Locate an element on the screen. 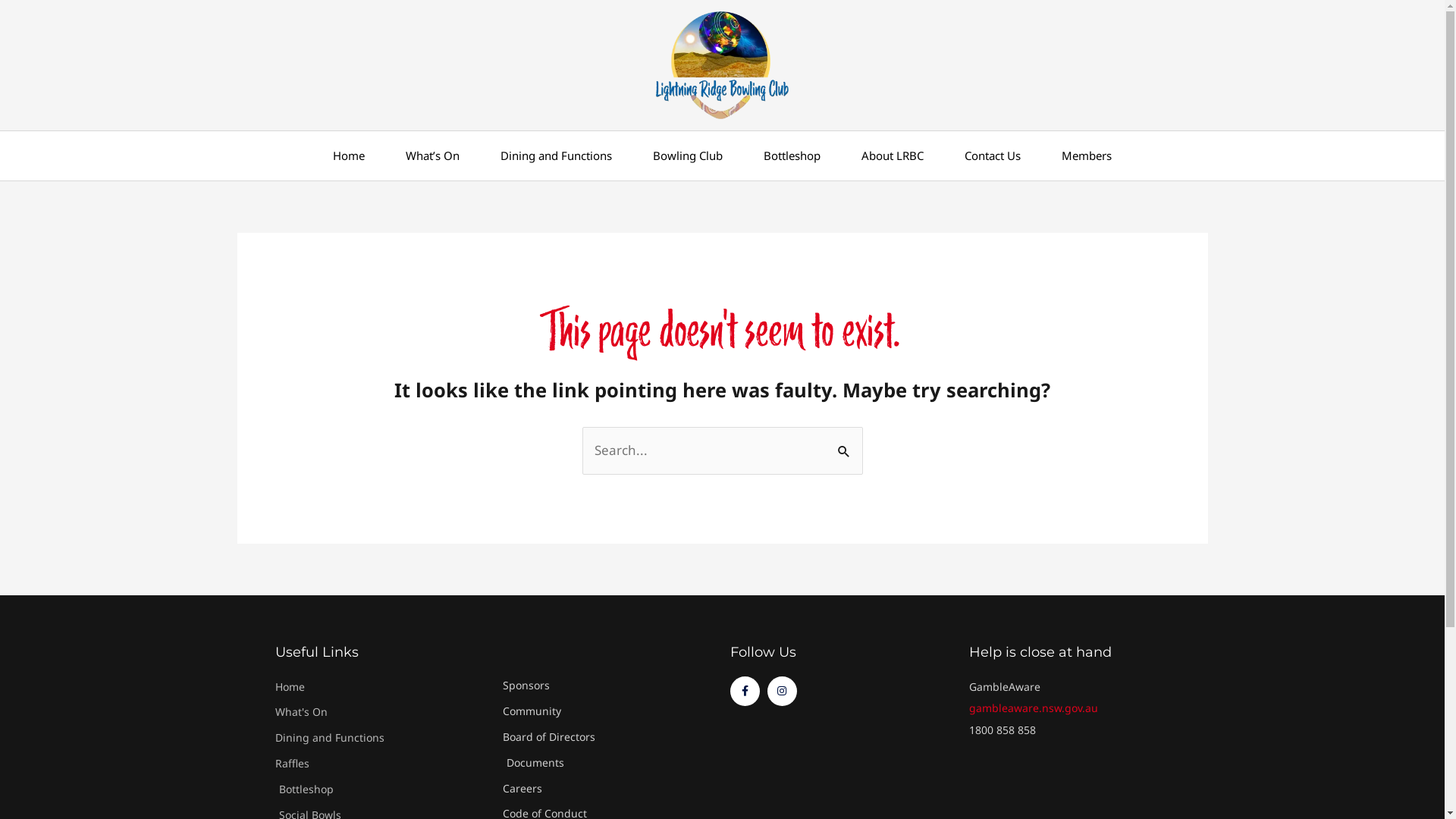 This screenshot has width=1456, height=819. 'Facebook-f' is located at coordinates (729, 691).